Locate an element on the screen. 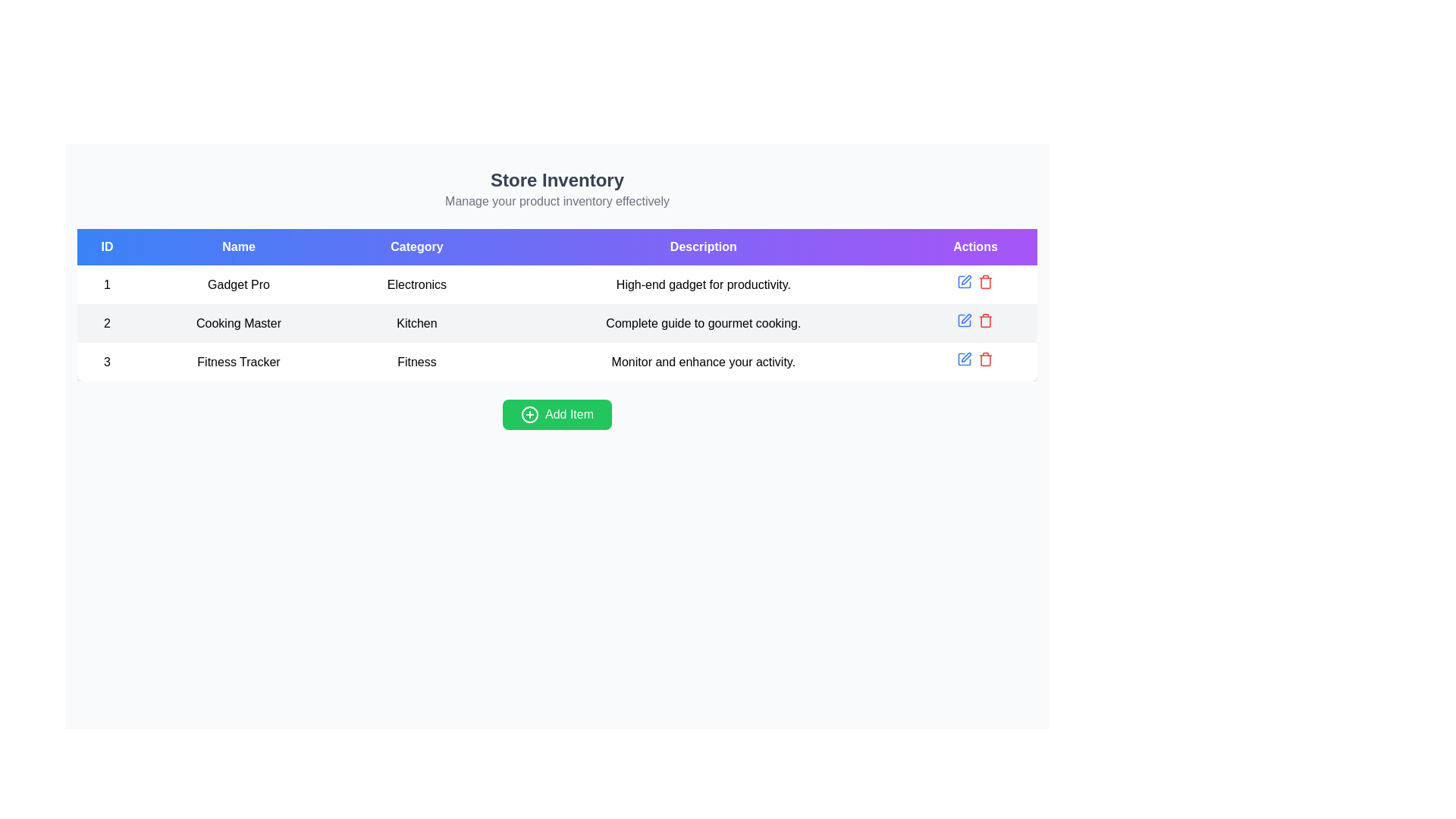 Image resolution: width=1456 pixels, height=819 pixels. the first row of the inventory table, which contains information about the product 'Gadget Pro' is located at coordinates (556, 284).